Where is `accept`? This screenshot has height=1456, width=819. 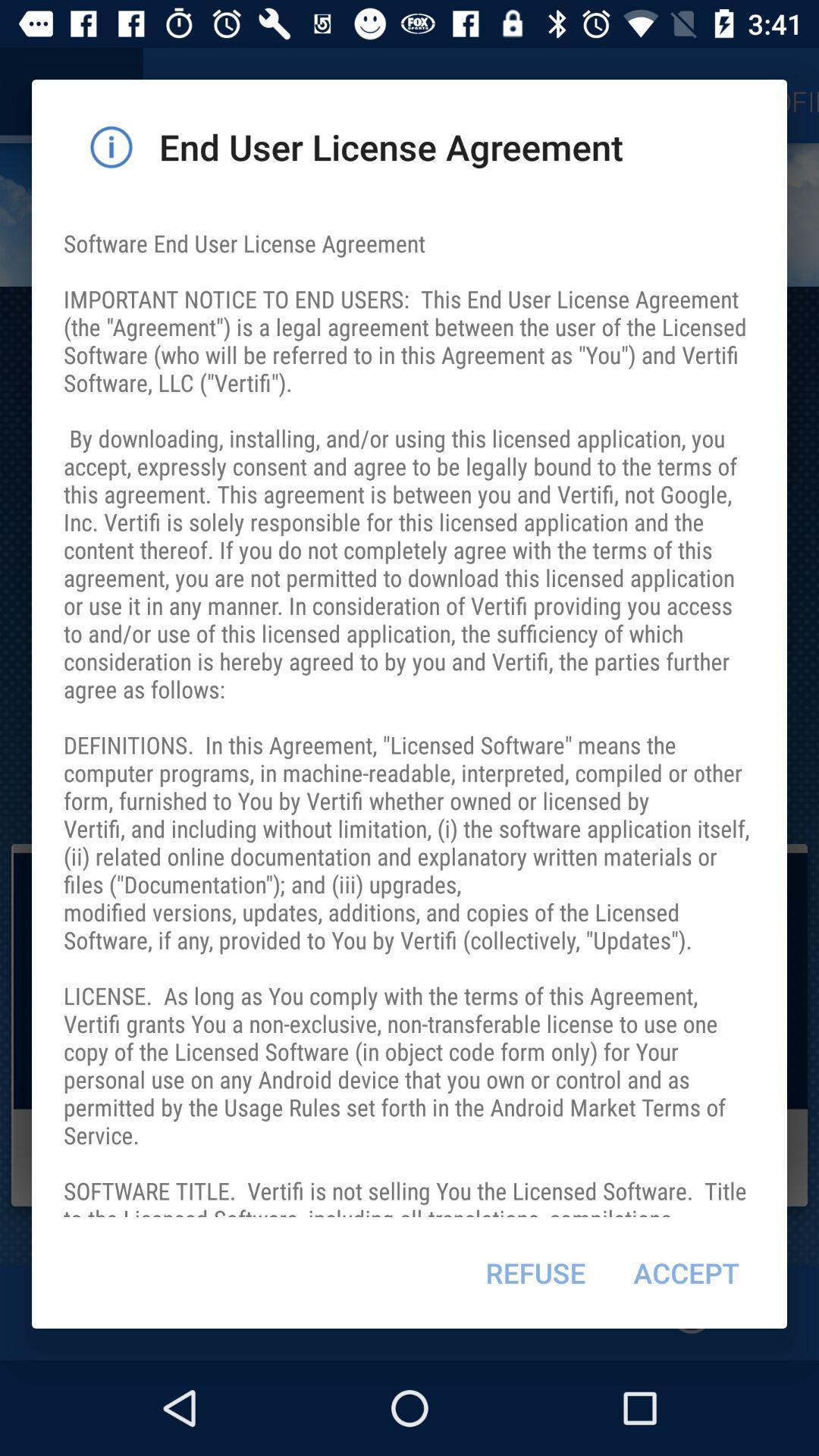 accept is located at coordinates (686, 1272).